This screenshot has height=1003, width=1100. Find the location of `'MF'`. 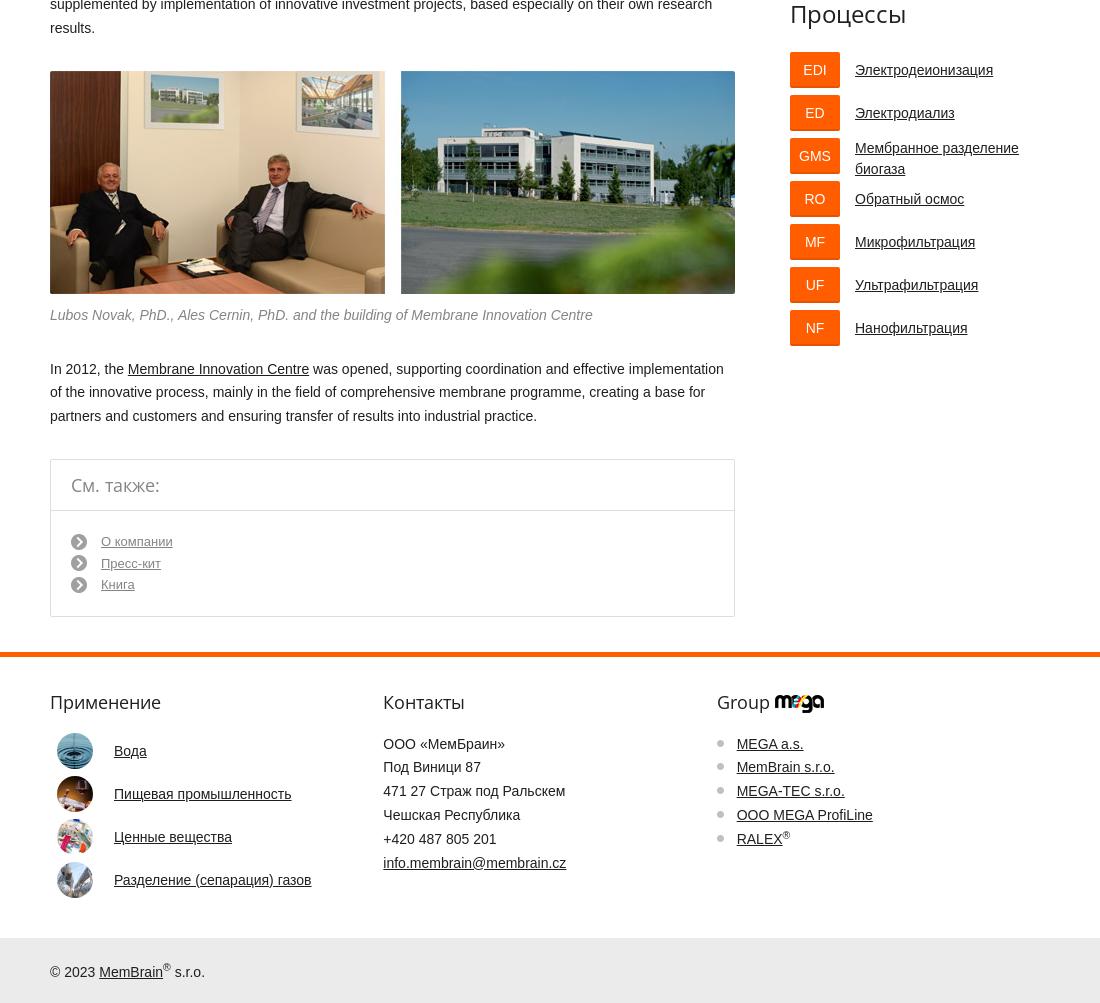

'MF' is located at coordinates (814, 241).